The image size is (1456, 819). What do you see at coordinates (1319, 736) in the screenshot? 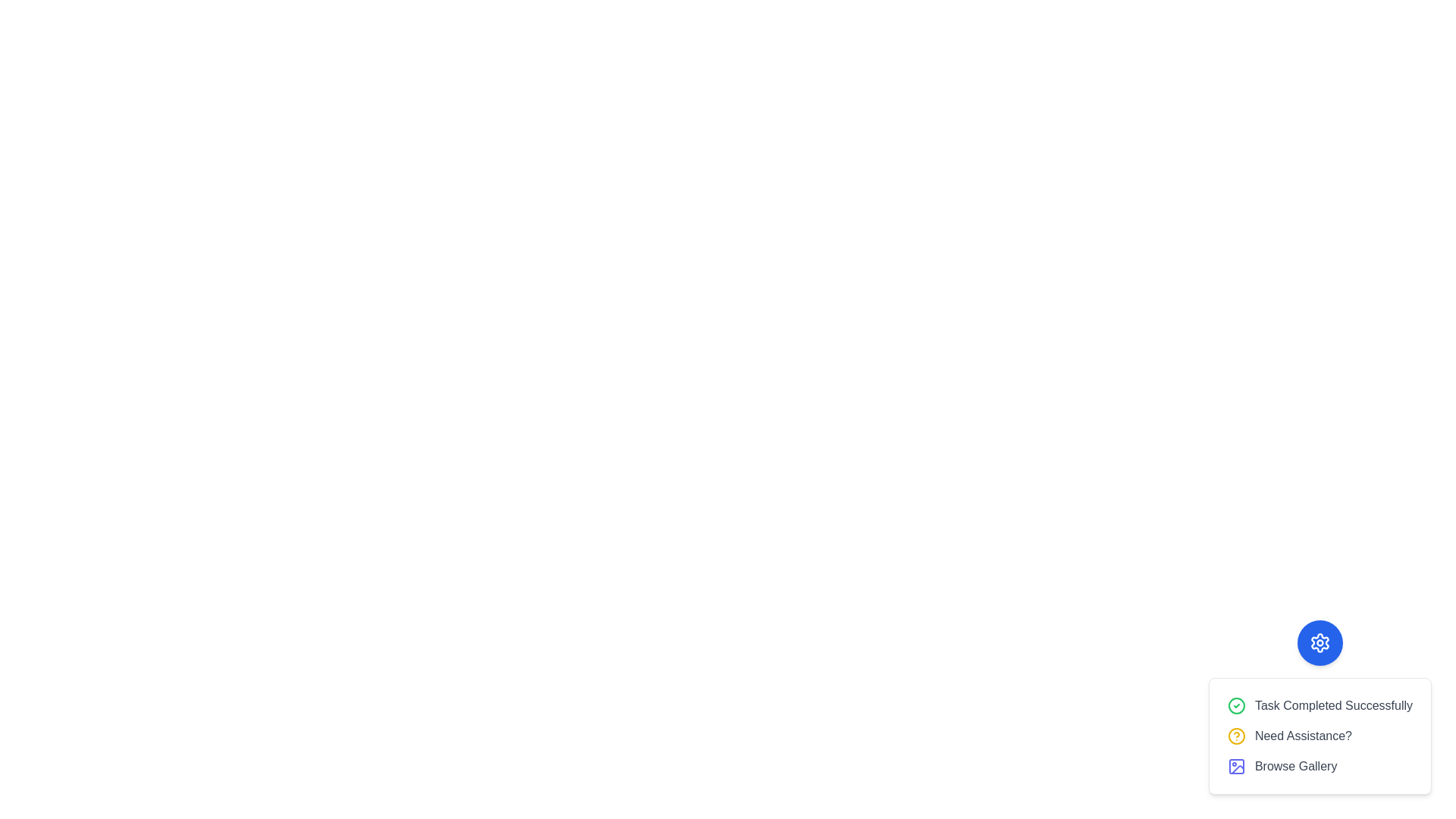
I see `the informational item with a yellow circular icon featuring a question mark and the text 'Need Assistance?'` at bounding box center [1319, 736].